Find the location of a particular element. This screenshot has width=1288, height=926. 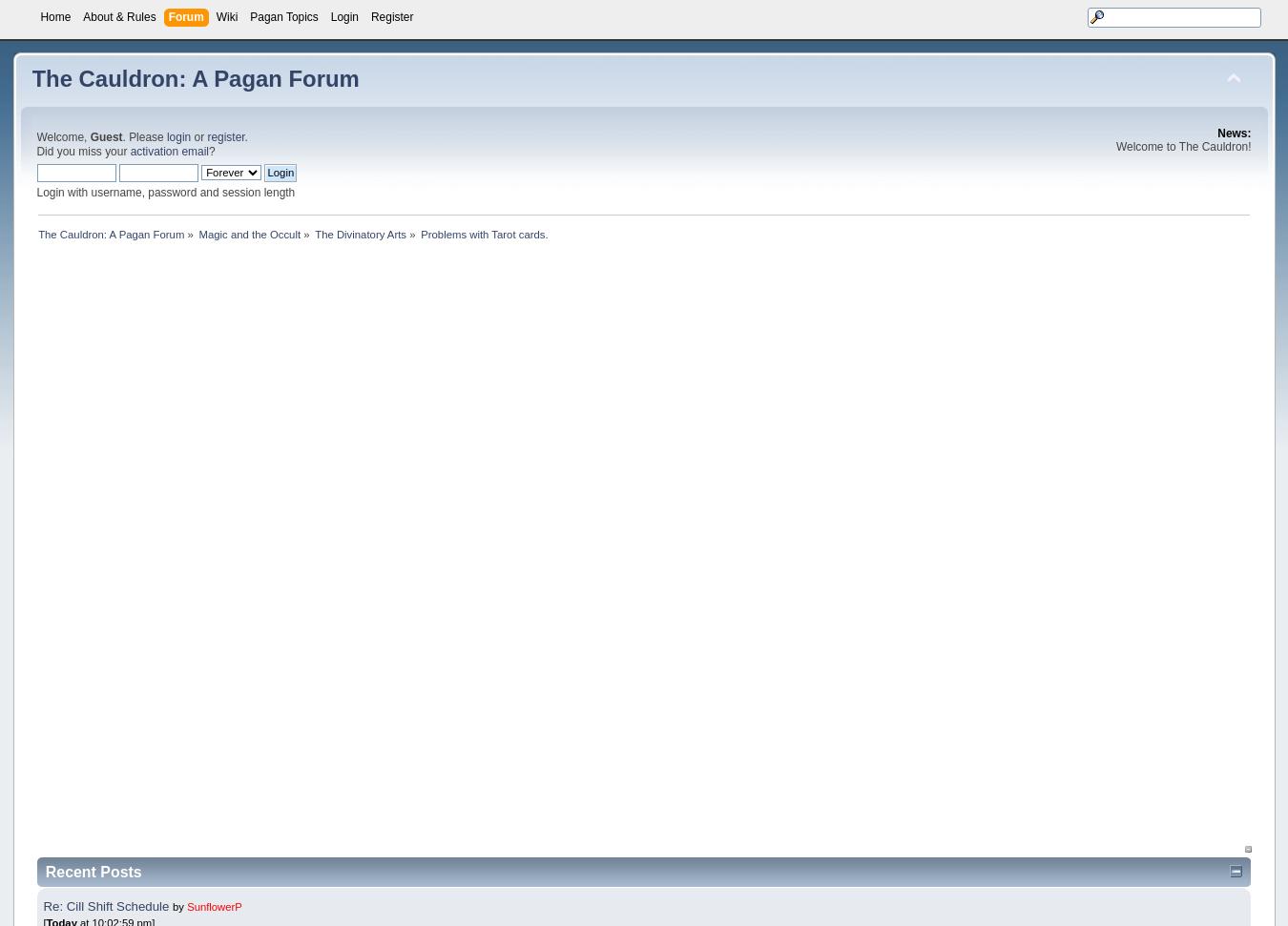

'by' is located at coordinates (173, 905).